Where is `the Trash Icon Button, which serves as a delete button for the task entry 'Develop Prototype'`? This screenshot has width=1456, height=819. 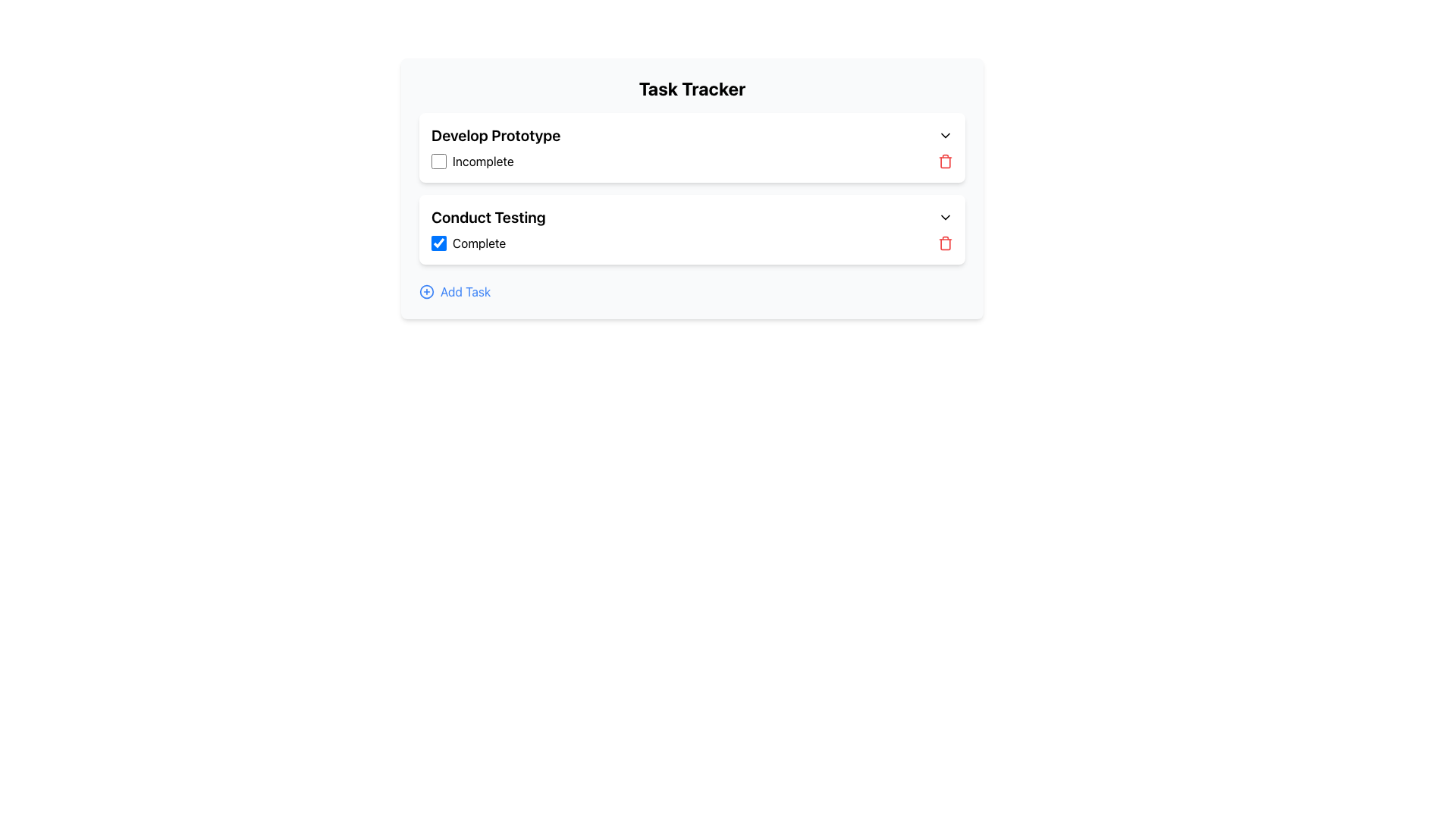 the Trash Icon Button, which serves as a delete button for the task entry 'Develop Prototype' is located at coordinates (945, 161).